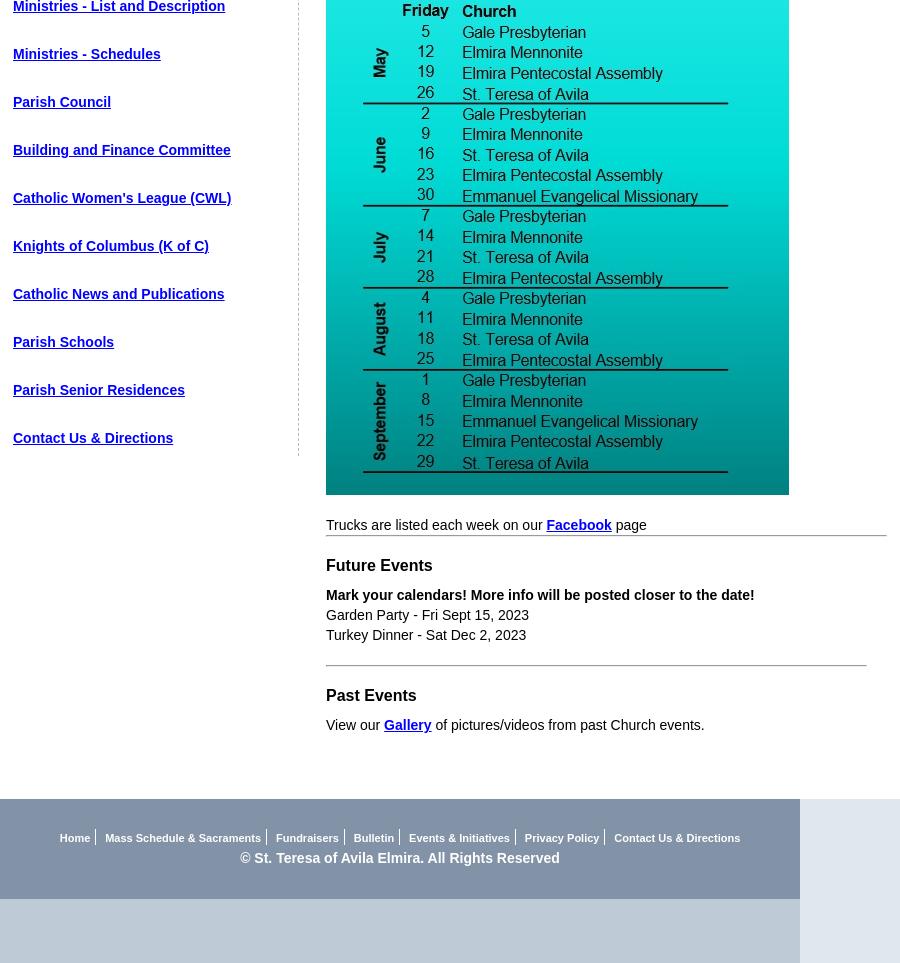  Describe the element at coordinates (324, 613) in the screenshot. I see `'Garden Party - Fri Sept 15, 2023'` at that location.